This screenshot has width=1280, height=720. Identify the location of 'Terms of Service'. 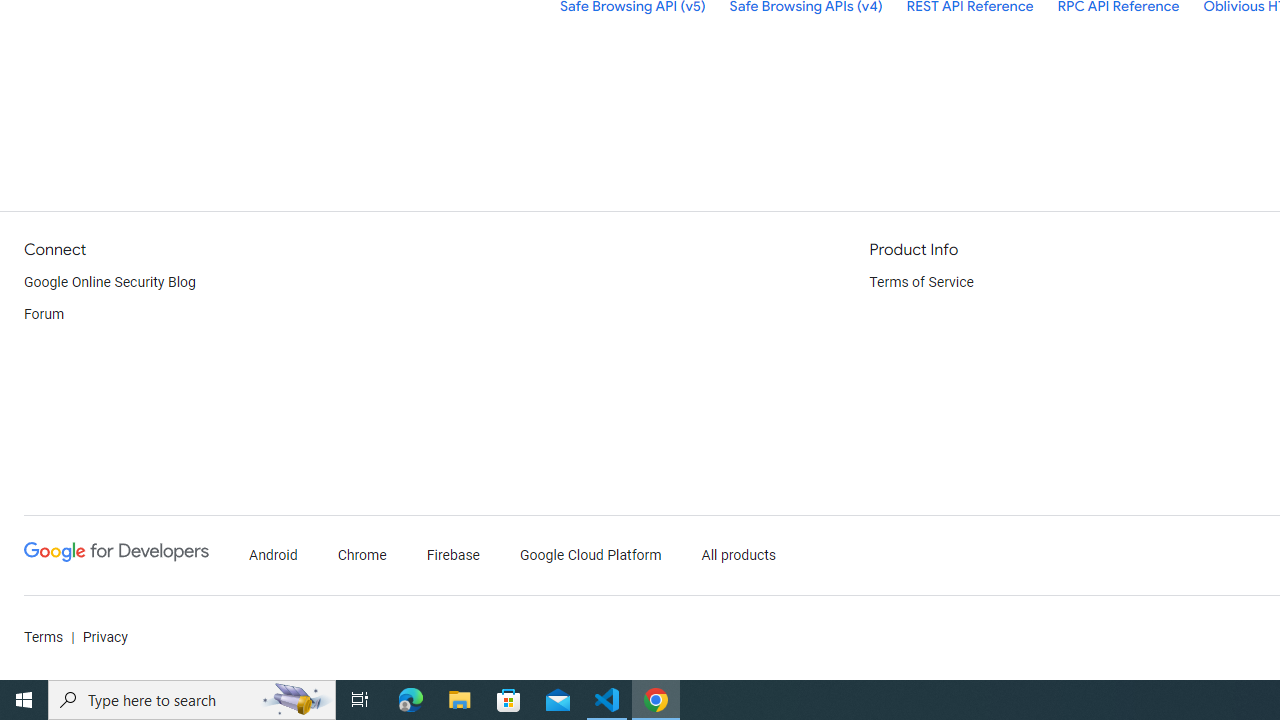
(920, 282).